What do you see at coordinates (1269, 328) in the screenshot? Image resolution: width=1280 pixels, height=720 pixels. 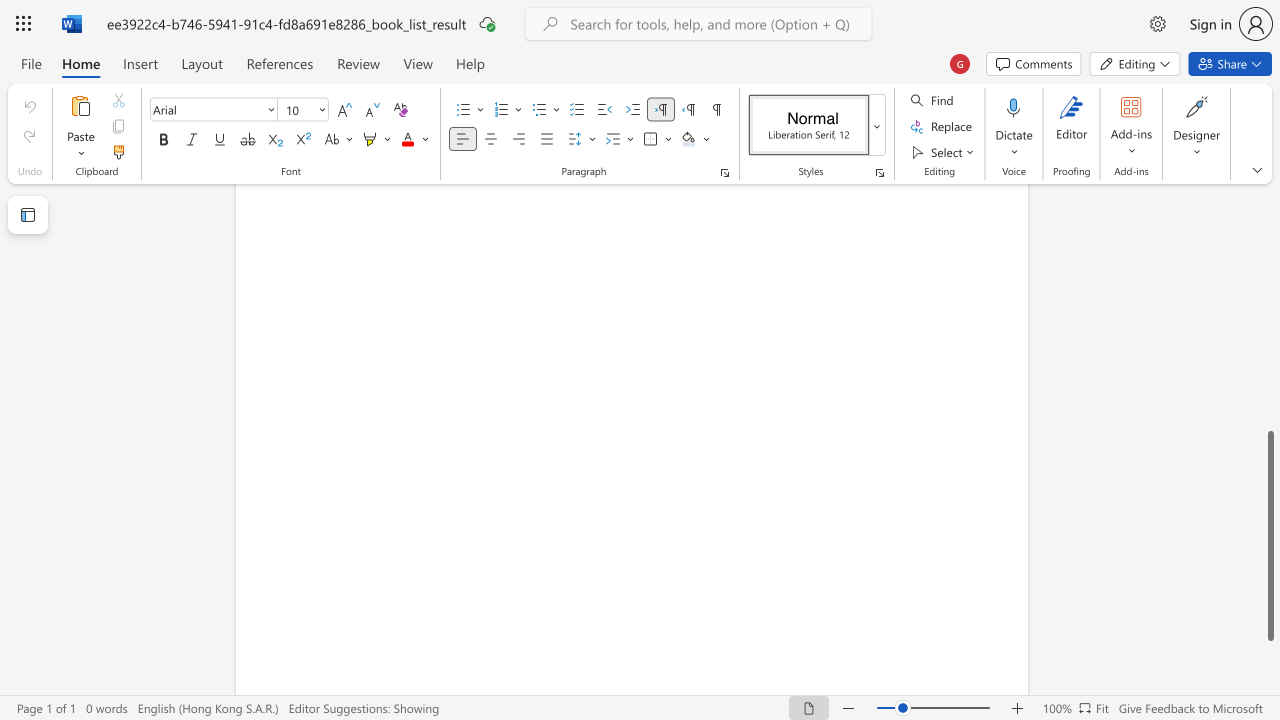 I see `the scrollbar on the right` at bounding box center [1269, 328].